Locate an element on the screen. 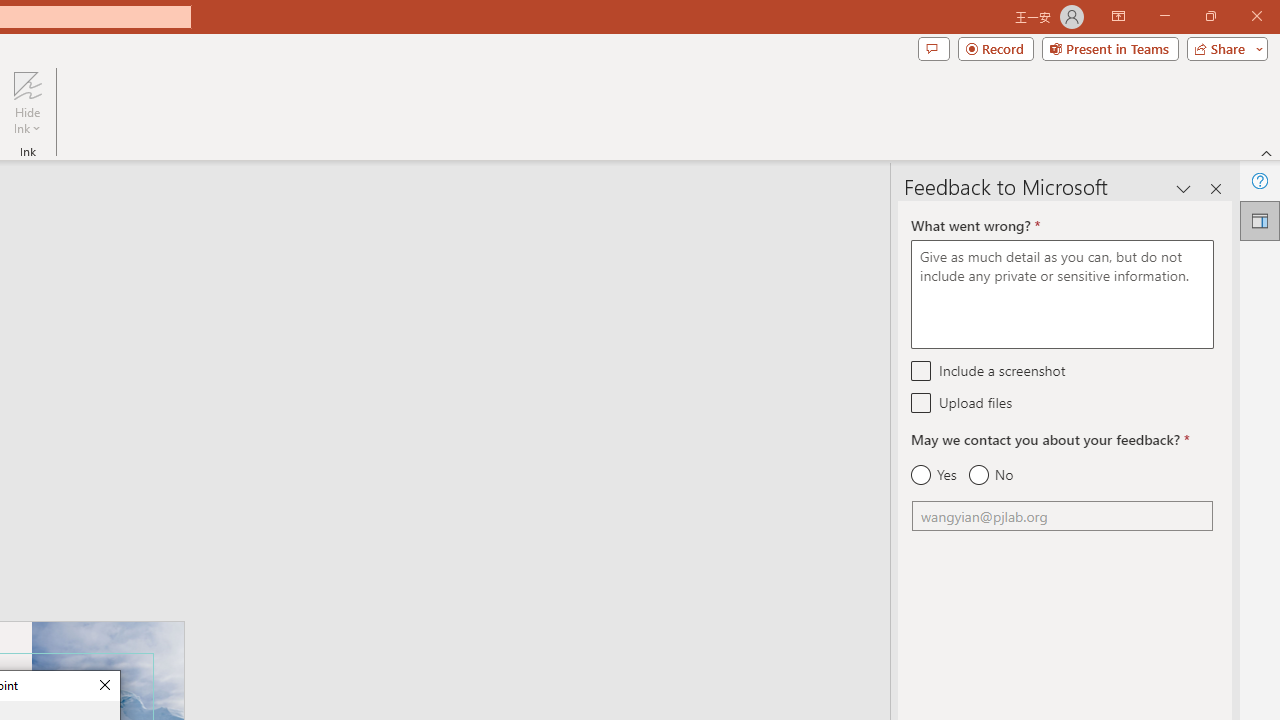 Image resolution: width=1280 pixels, height=720 pixels. 'Yes' is located at coordinates (933, 475).